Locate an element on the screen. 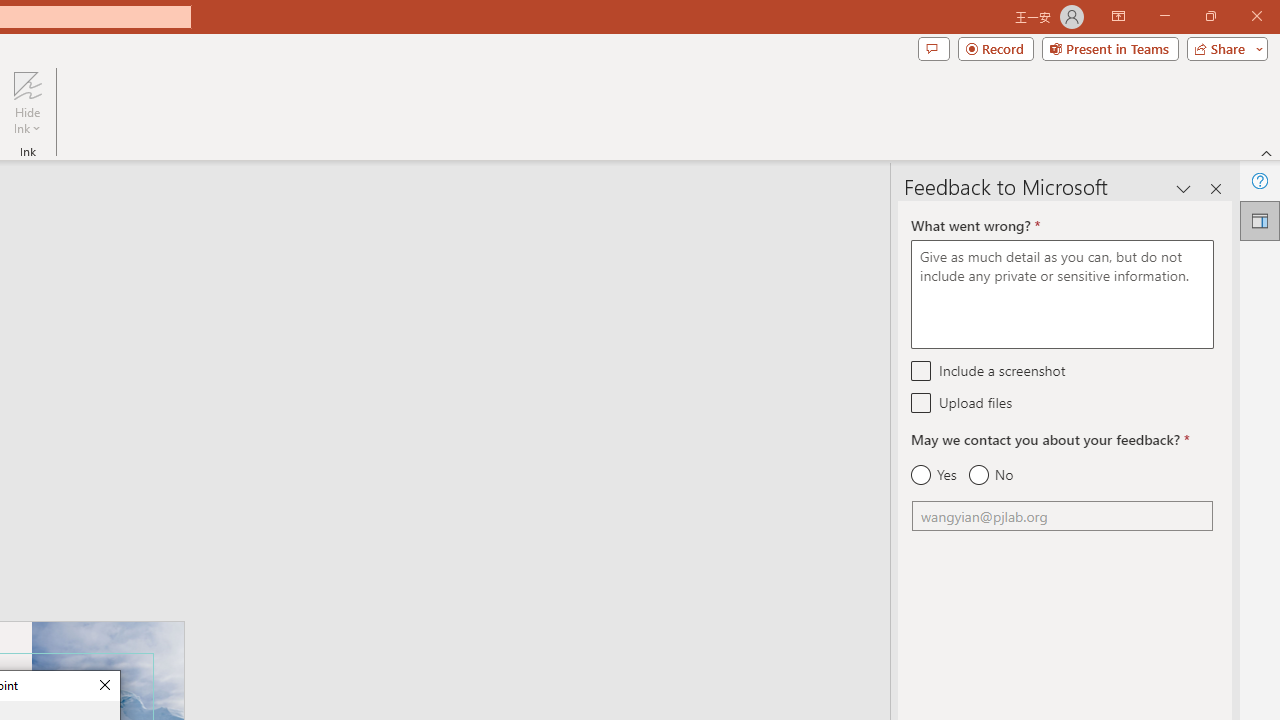 Image resolution: width=1280 pixels, height=720 pixels. 'Yes' is located at coordinates (933, 475).